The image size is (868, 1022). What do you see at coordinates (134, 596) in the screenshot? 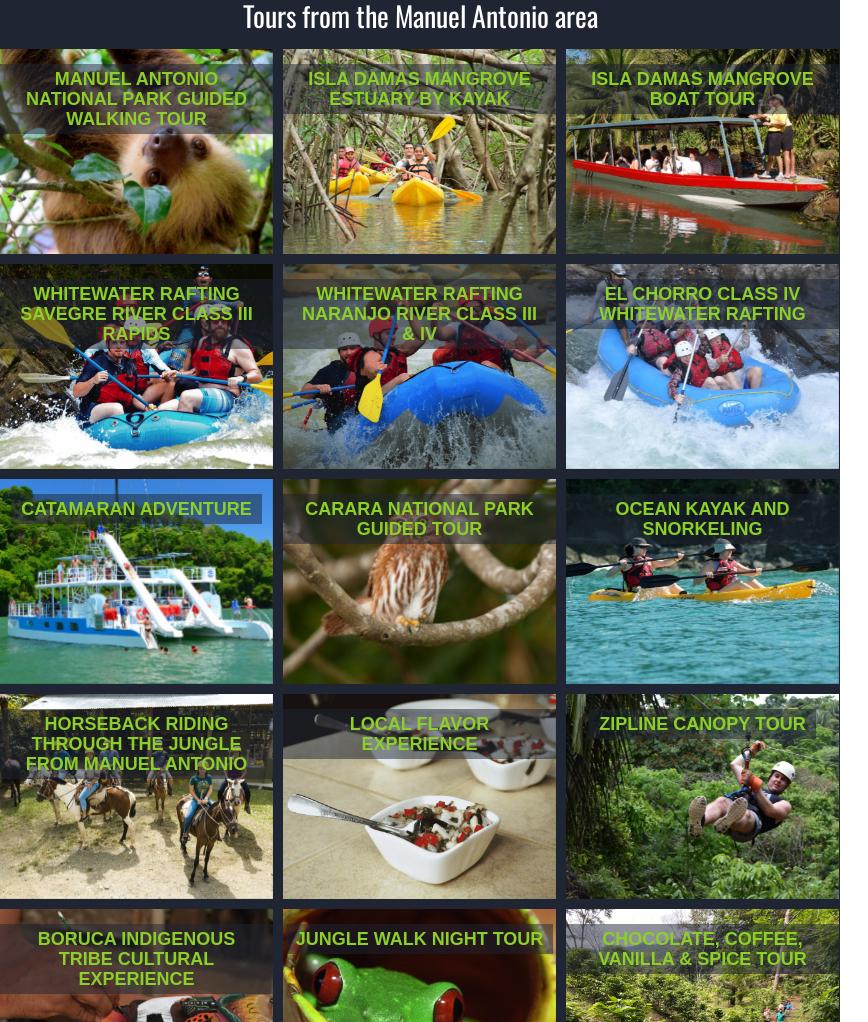
I see `'Set sail and cruise the coastal waters around Manuel Antonio National Park. Snorkel and slide in Biesanz Bay on our Catamaran Adventure.'` at bounding box center [134, 596].